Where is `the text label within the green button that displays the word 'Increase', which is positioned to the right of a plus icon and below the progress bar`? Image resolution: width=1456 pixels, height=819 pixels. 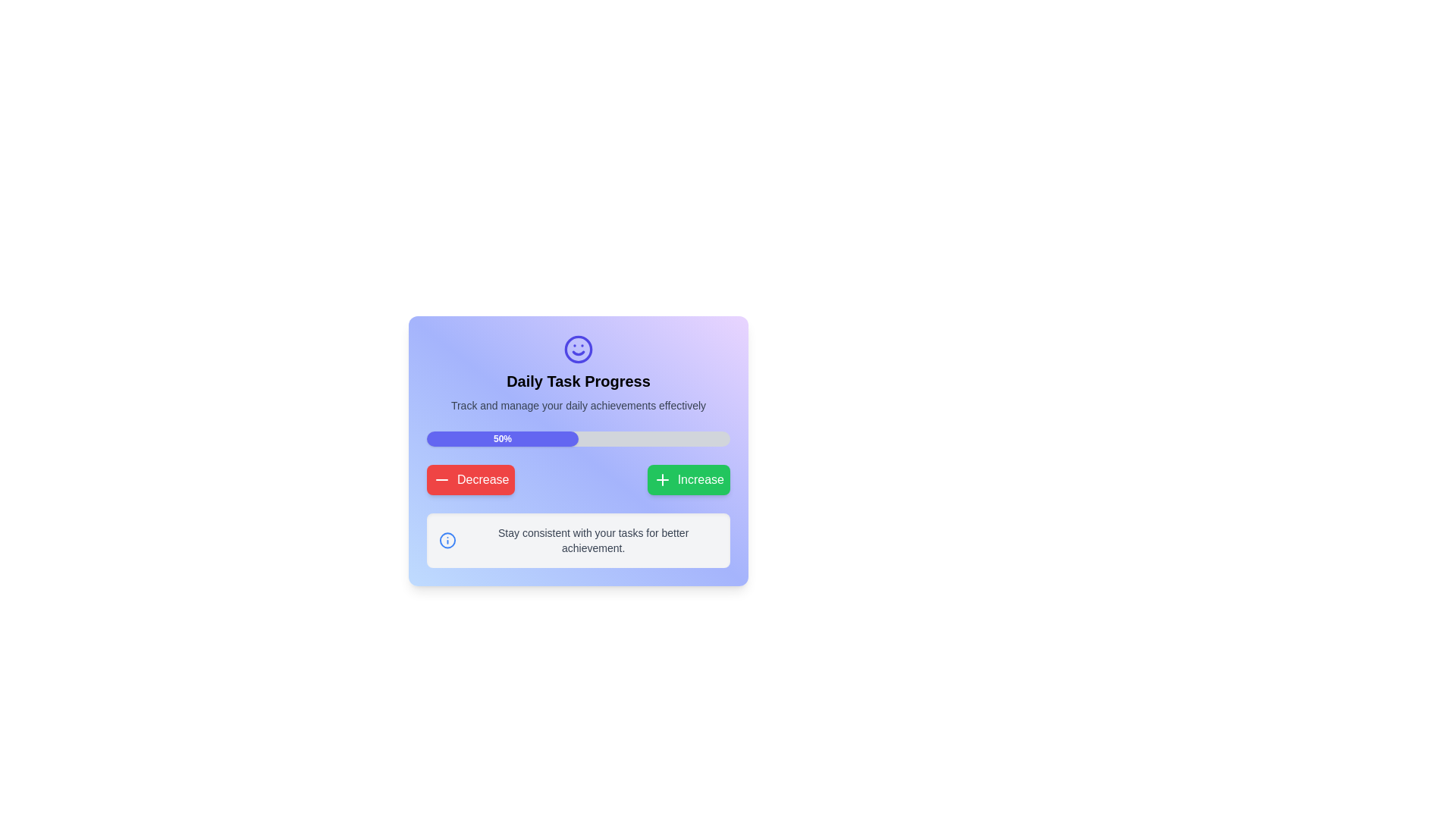
the text label within the green button that displays the word 'Increase', which is positioned to the right of a plus icon and below the progress bar is located at coordinates (700, 479).